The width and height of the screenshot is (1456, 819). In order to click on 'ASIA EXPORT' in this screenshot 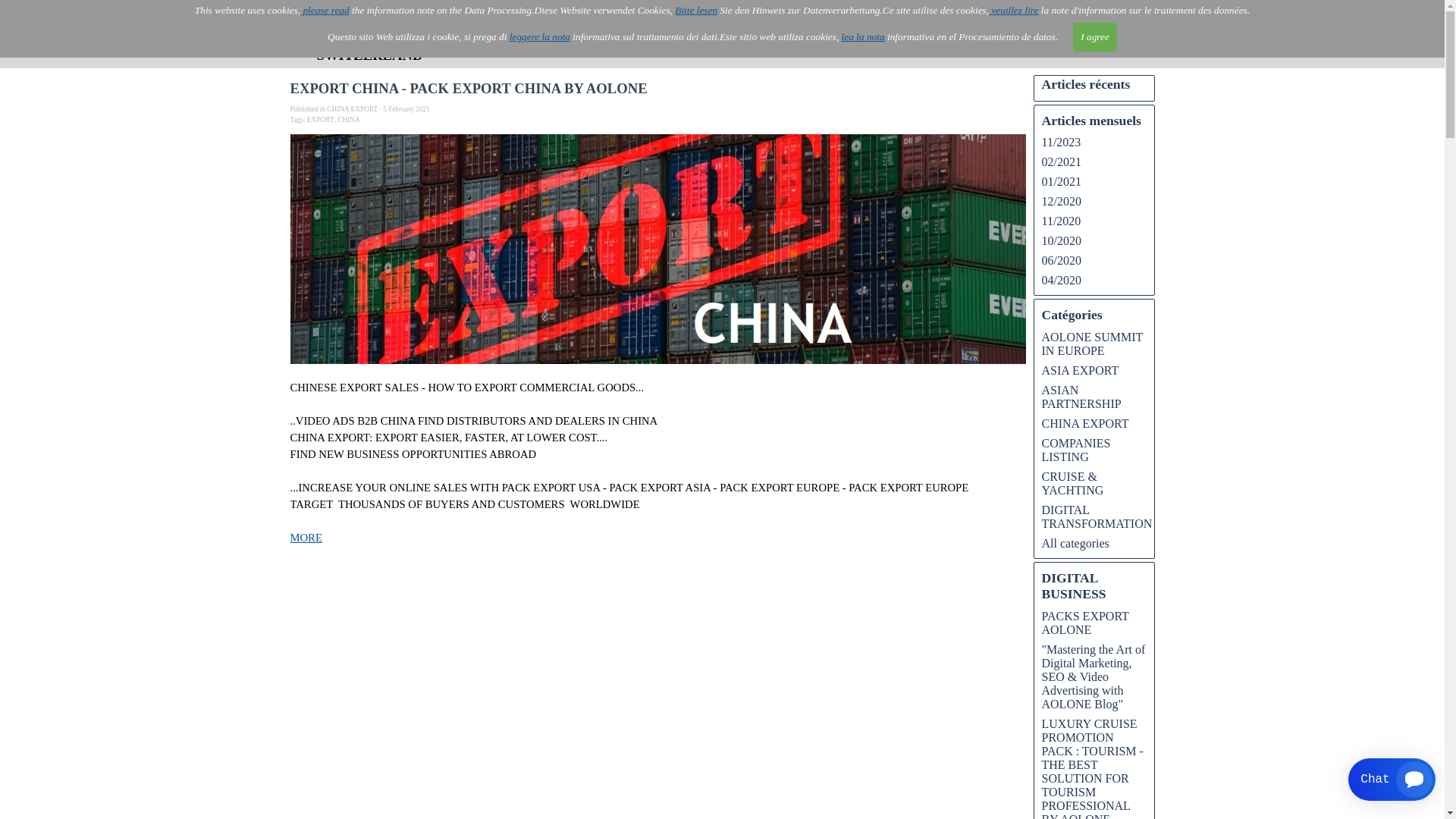, I will do `click(1080, 370)`.